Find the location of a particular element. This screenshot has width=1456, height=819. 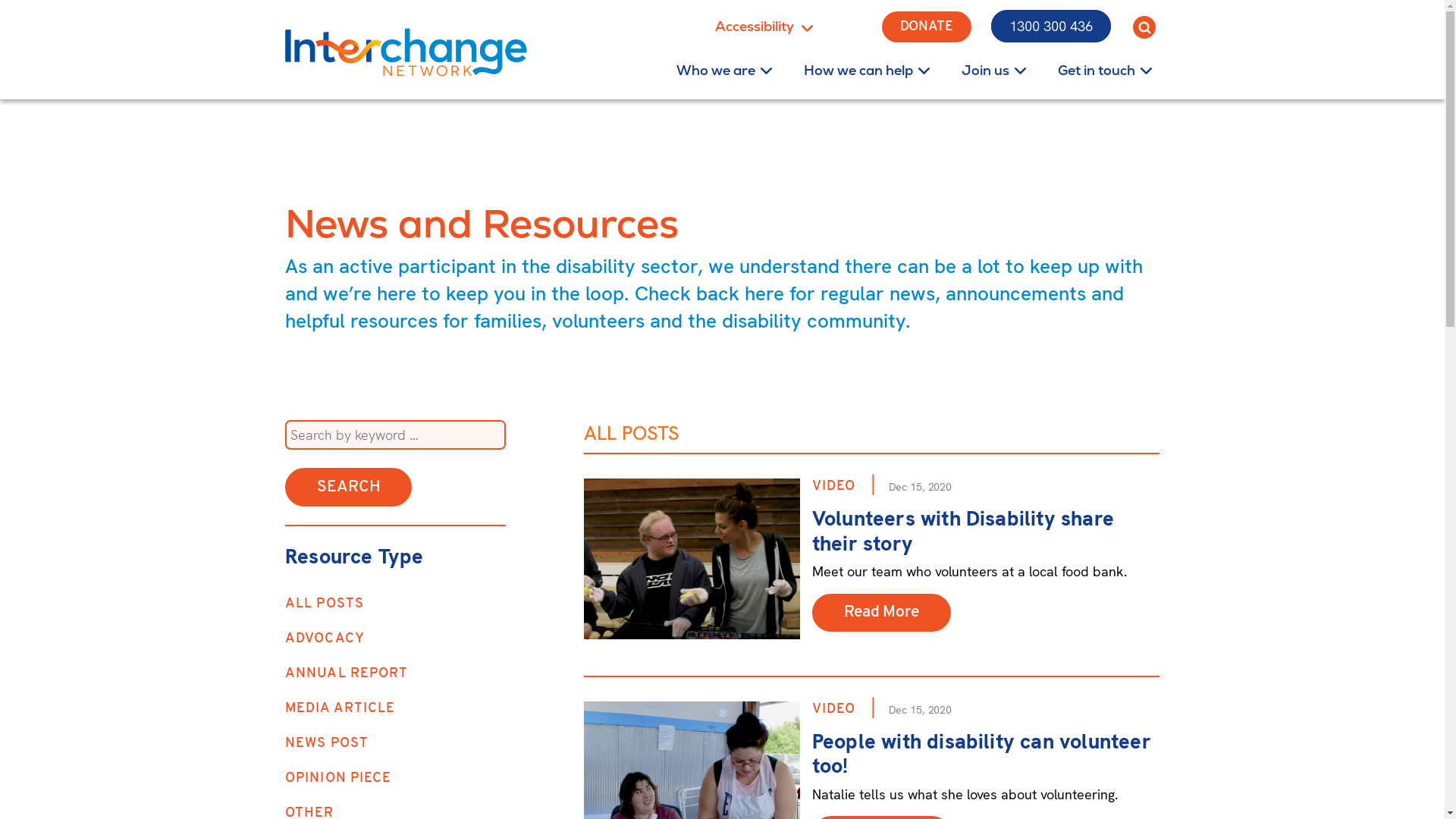

'Join us' is located at coordinates (985, 70).